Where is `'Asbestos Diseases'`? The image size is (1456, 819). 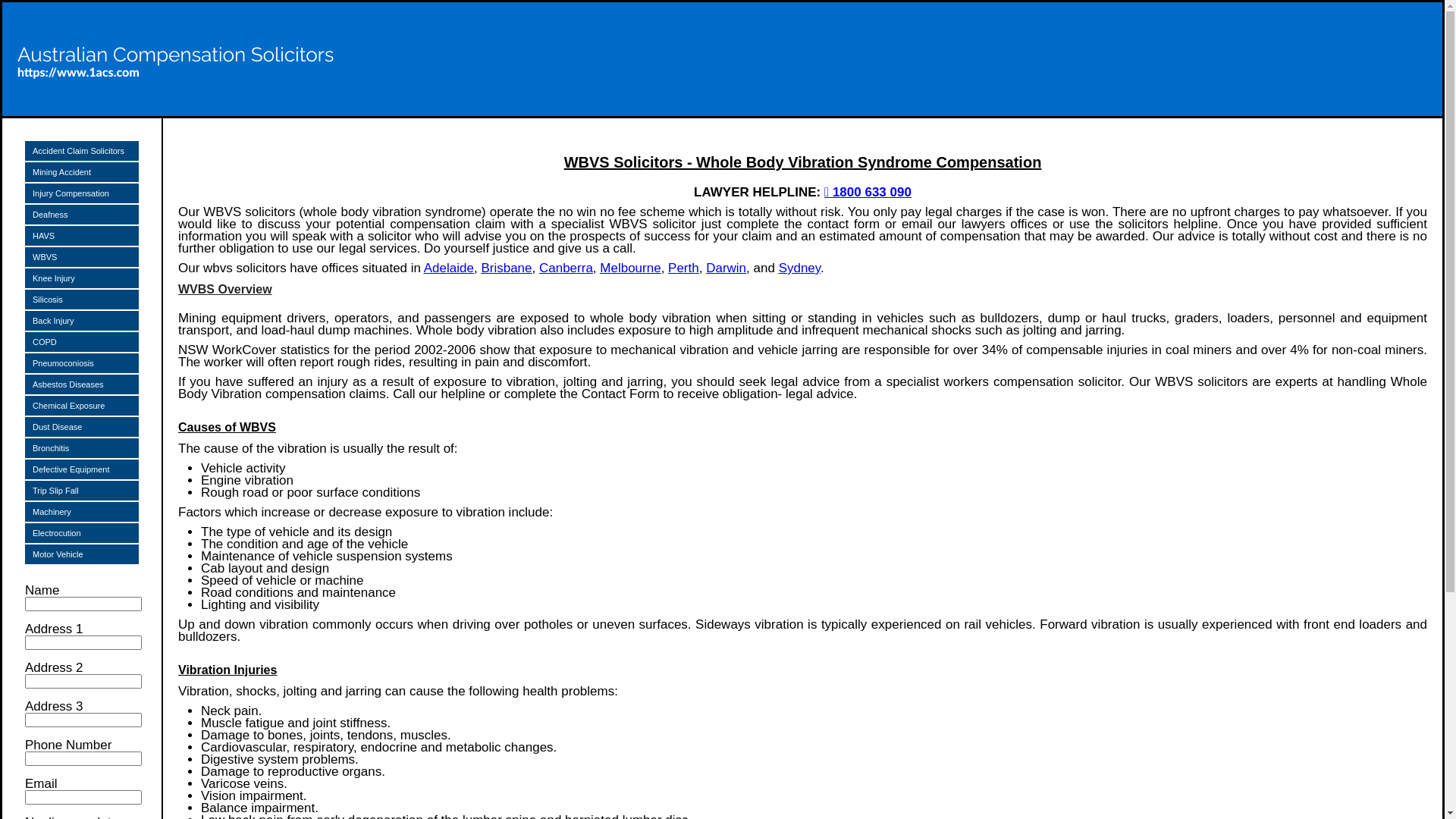
'Asbestos Diseases' is located at coordinates (80, 383).